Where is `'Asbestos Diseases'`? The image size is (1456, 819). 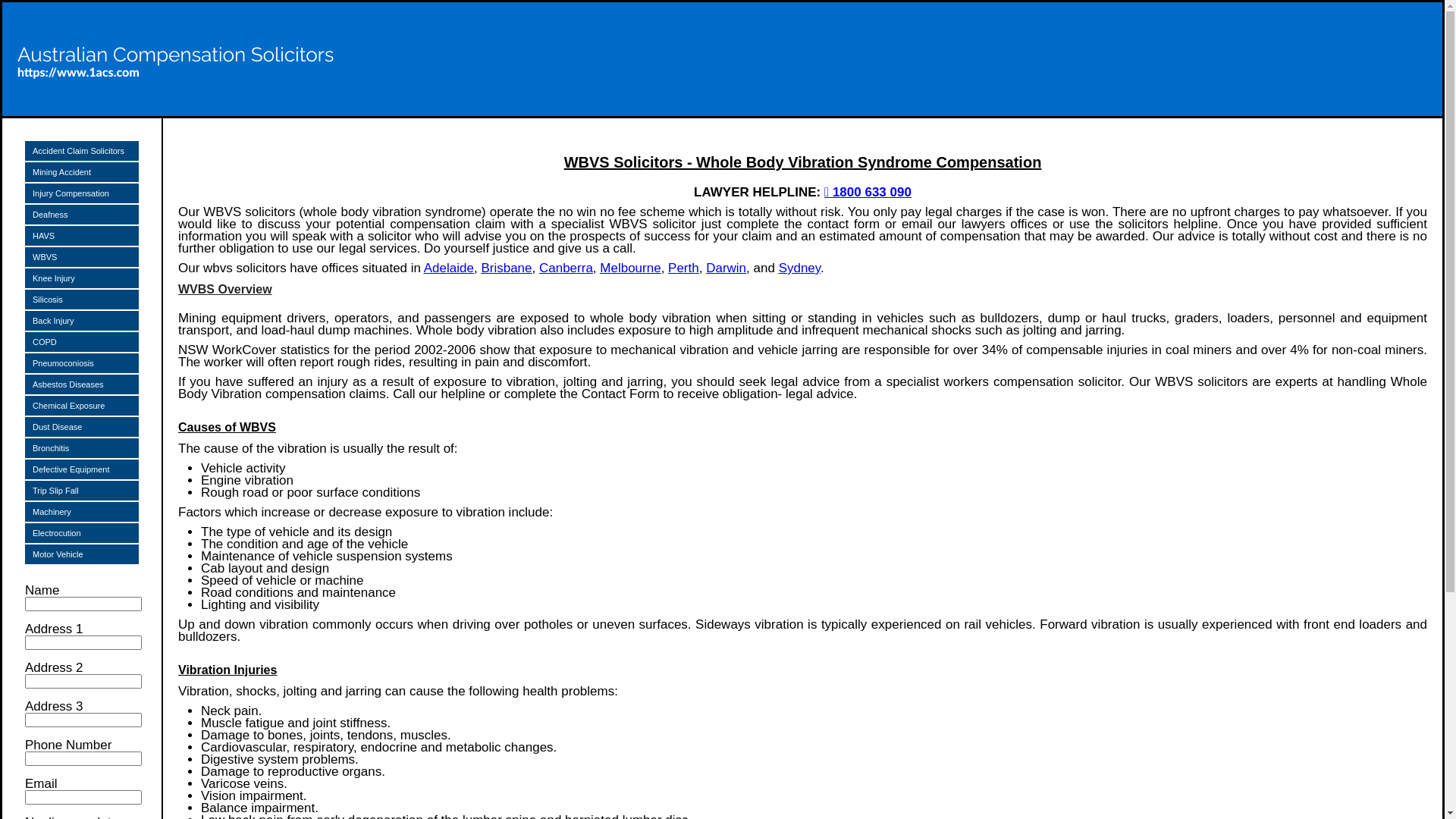
'Asbestos Diseases' is located at coordinates (80, 383).